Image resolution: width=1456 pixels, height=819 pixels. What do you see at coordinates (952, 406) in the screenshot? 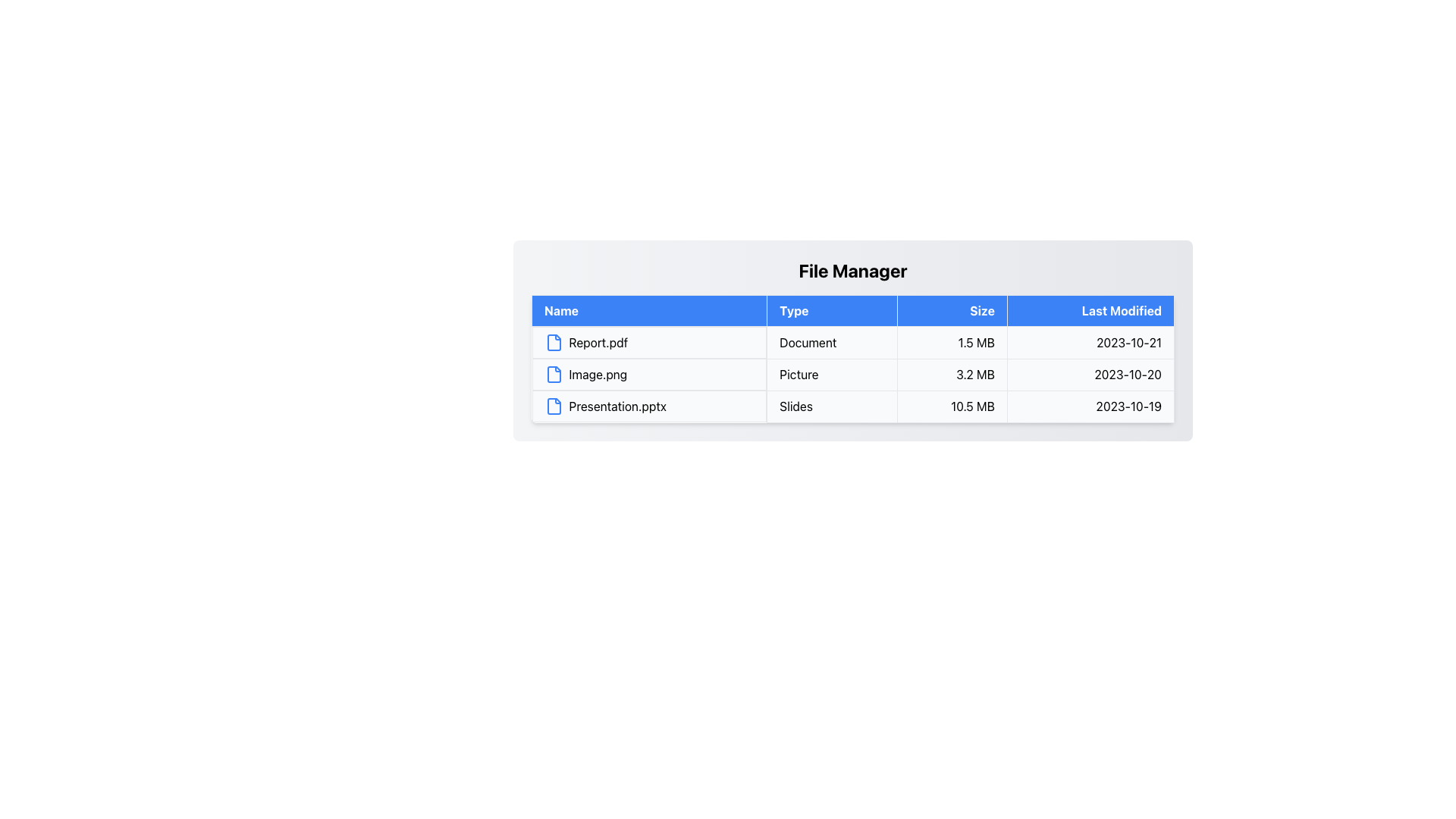
I see `the text display that shows the size of the file 'Presentation.pptx' in megabytes, located in the third column of the table row` at bounding box center [952, 406].